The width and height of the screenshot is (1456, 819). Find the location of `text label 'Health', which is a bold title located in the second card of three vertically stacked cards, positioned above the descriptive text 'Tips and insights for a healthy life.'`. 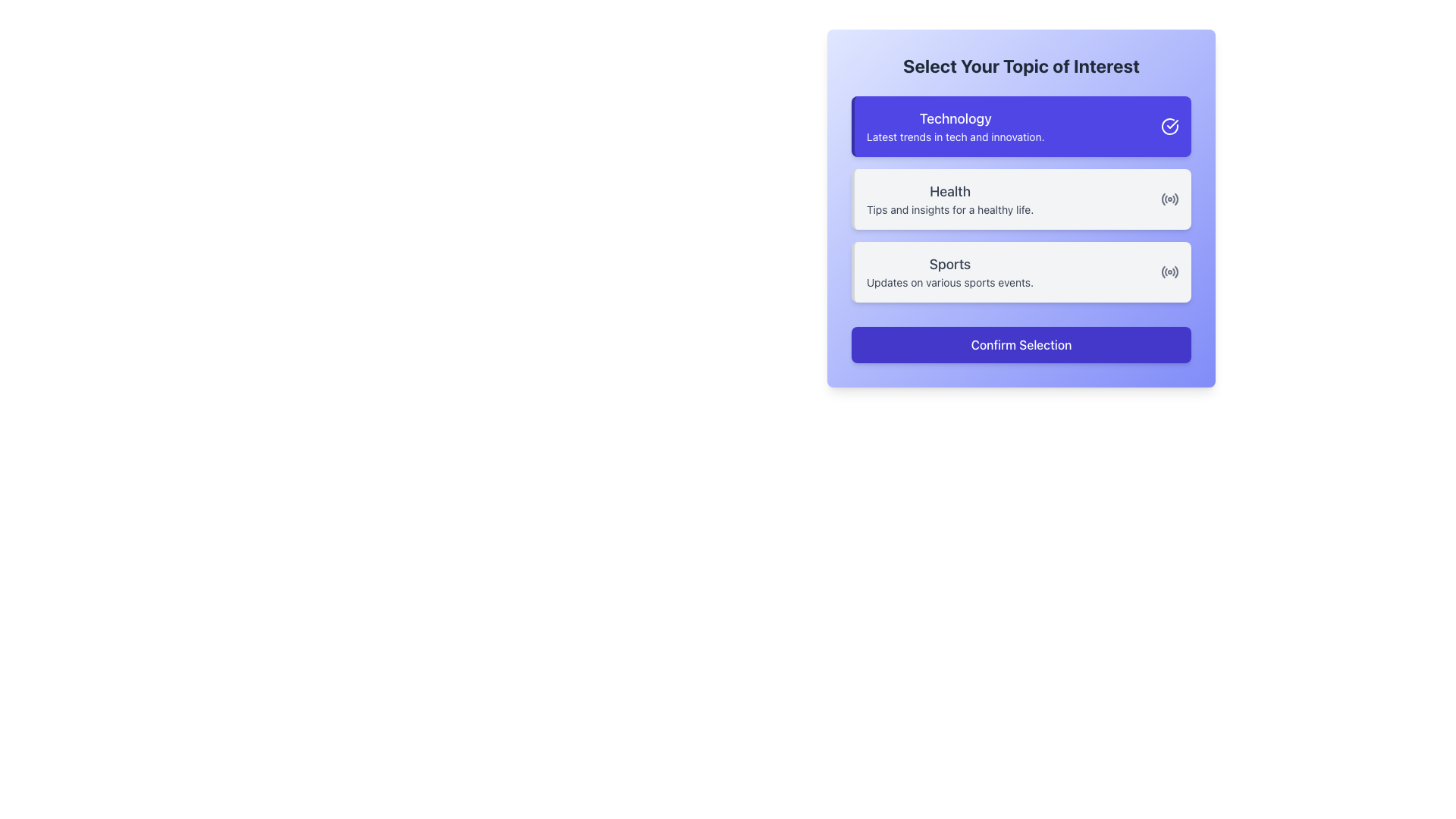

text label 'Health', which is a bold title located in the second card of three vertically stacked cards, positioned above the descriptive text 'Tips and insights for a healthy life.' is located at coordinates (949, 191).